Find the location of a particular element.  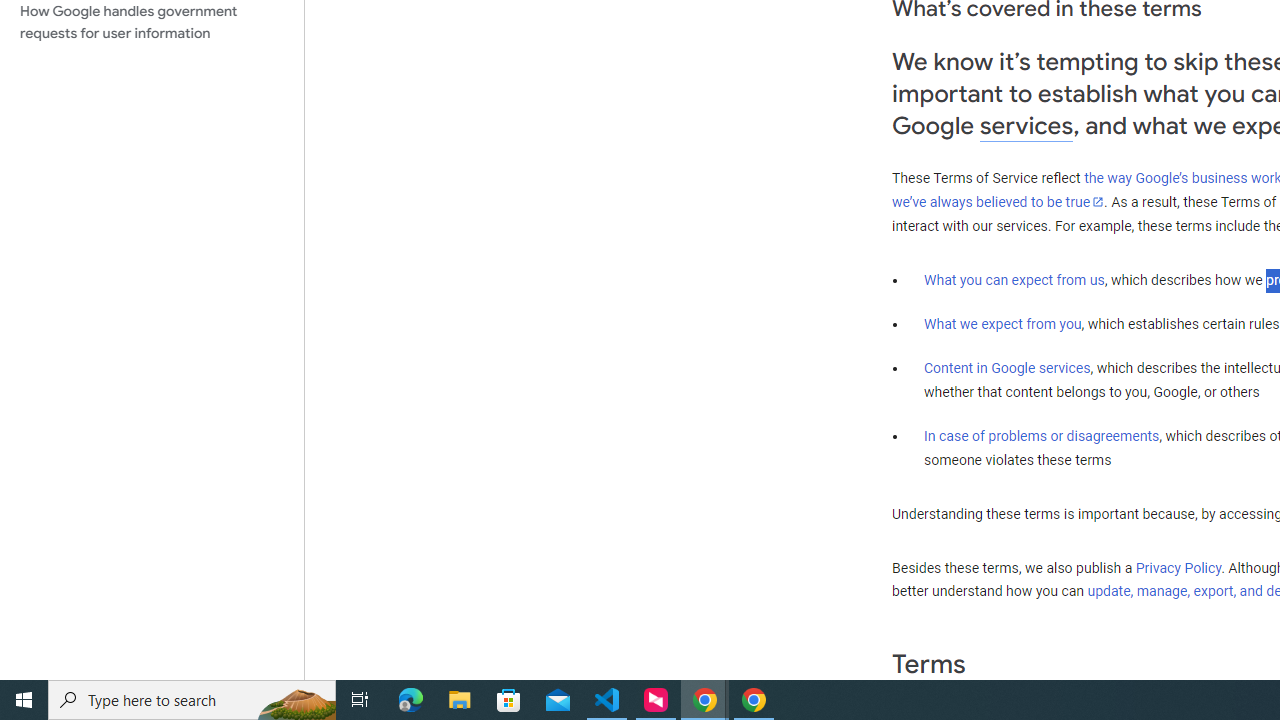

'What you can expect from us' is located at coordinates (1014, 279).